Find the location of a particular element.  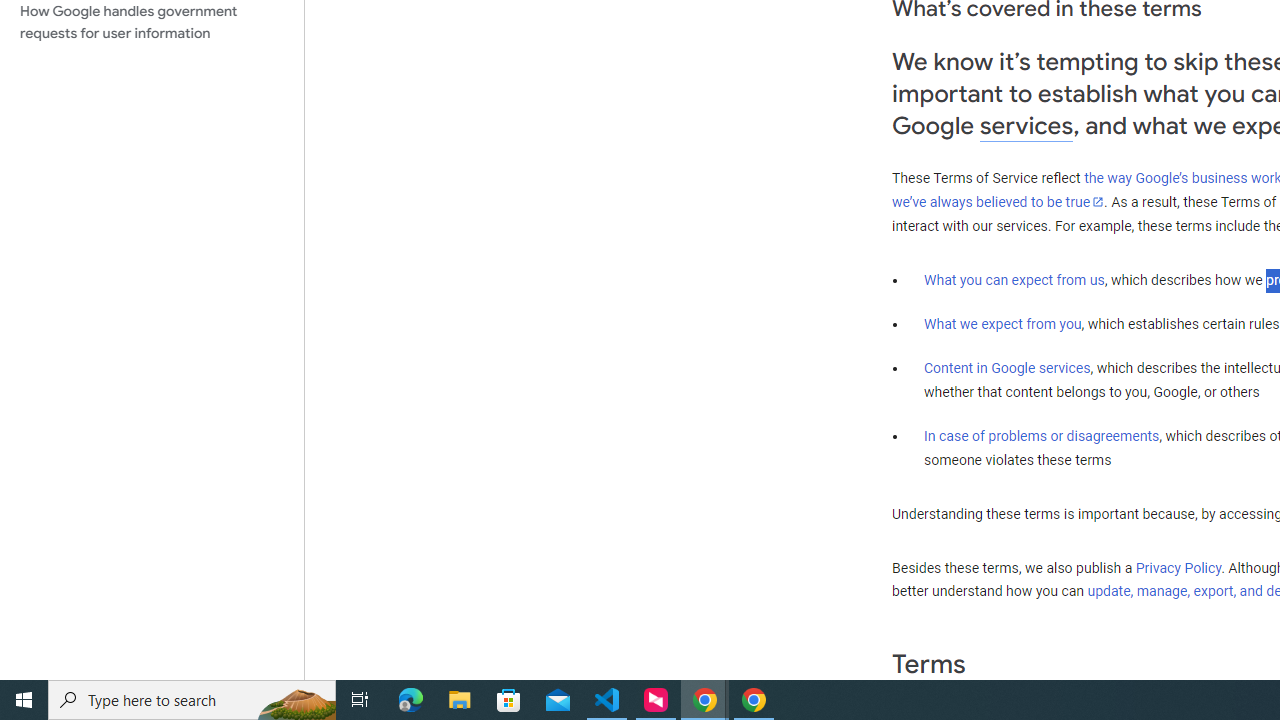

'What you can expect from us' is located at coordinates (1014, 279).